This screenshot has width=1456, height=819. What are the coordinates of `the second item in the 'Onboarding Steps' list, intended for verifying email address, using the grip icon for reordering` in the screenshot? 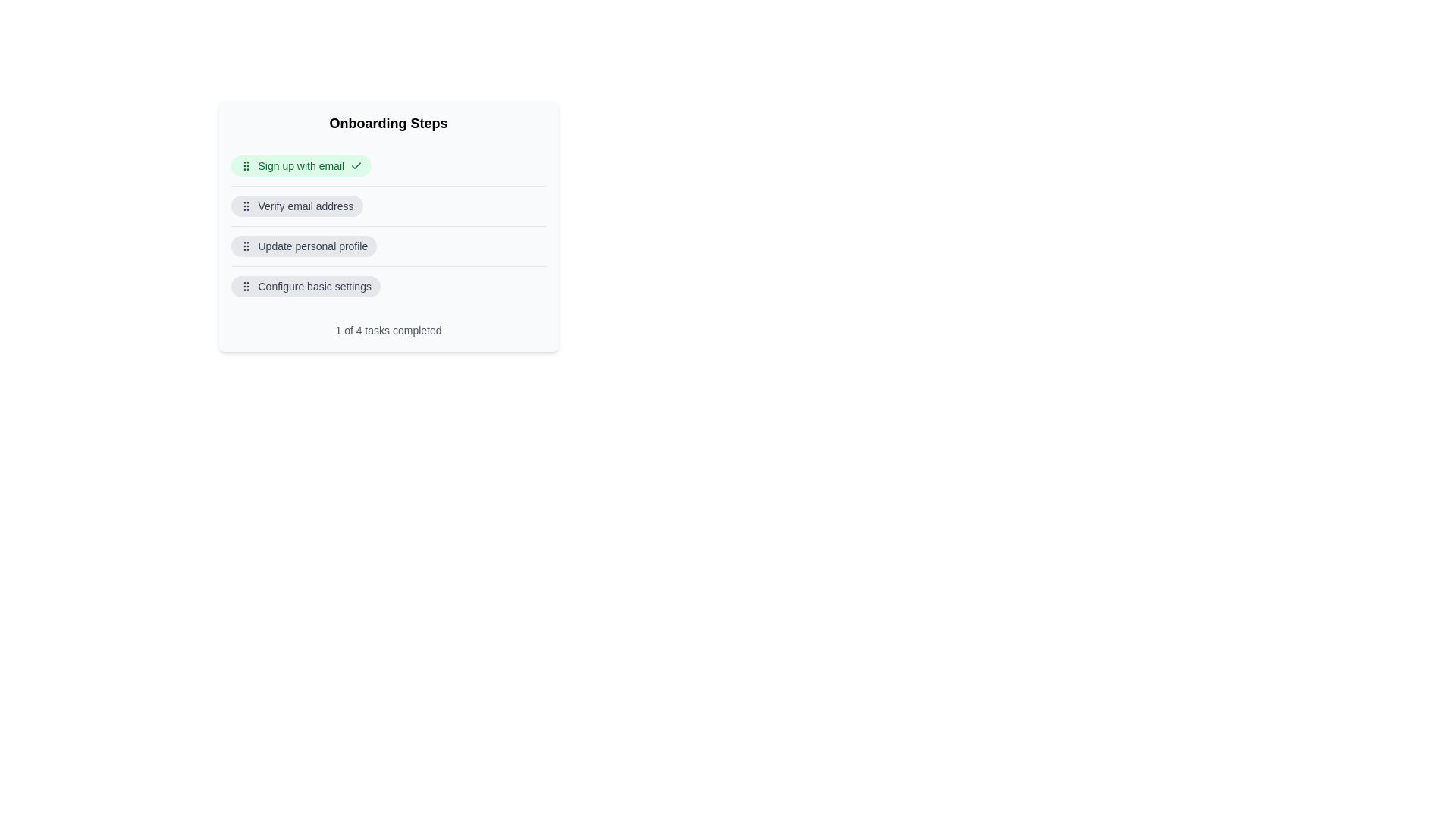 It's located at (297, 206).